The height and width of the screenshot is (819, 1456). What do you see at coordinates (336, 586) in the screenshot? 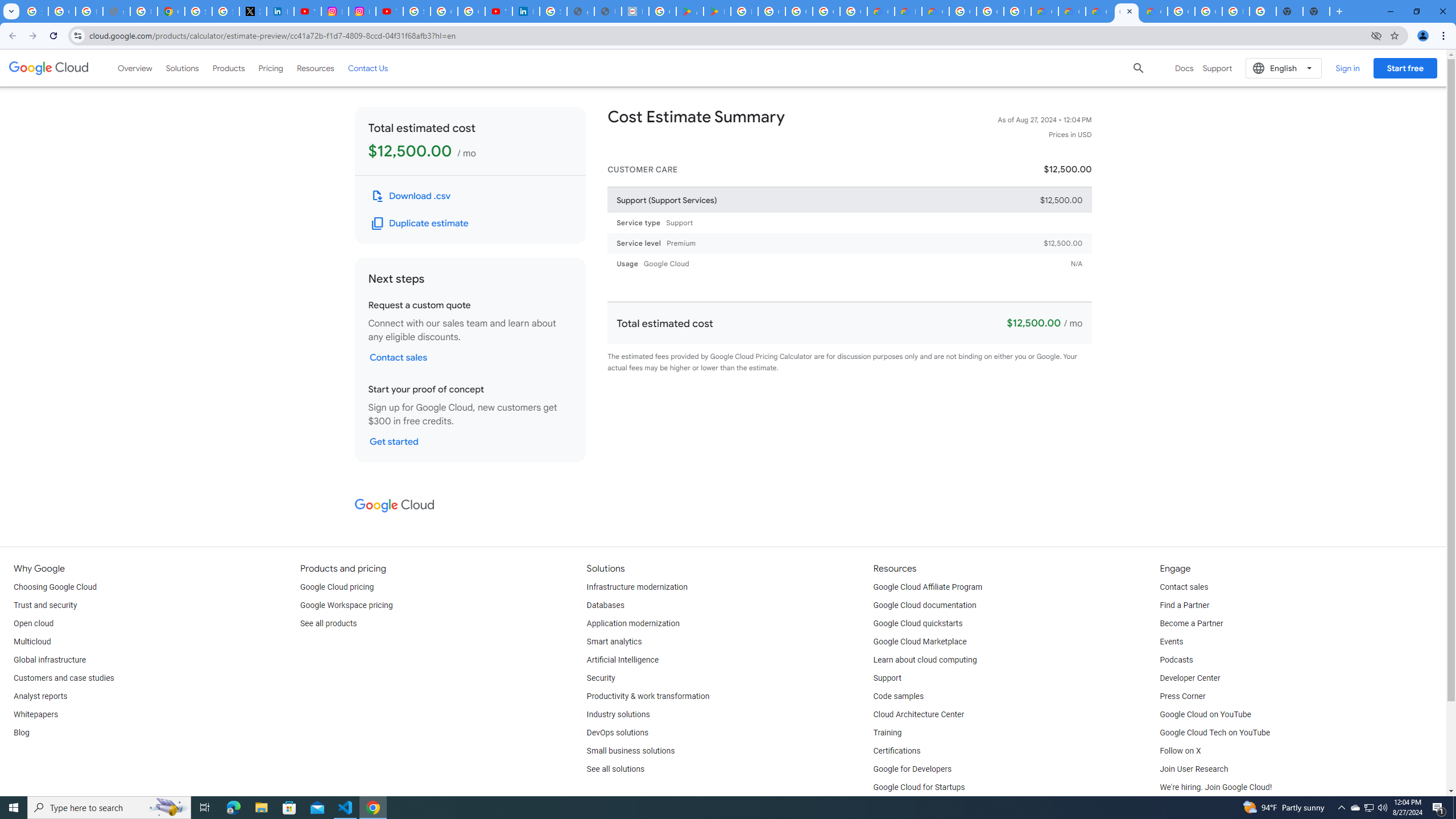
I see `'Google Cloud pricing'` at bounding box center [336, 586].